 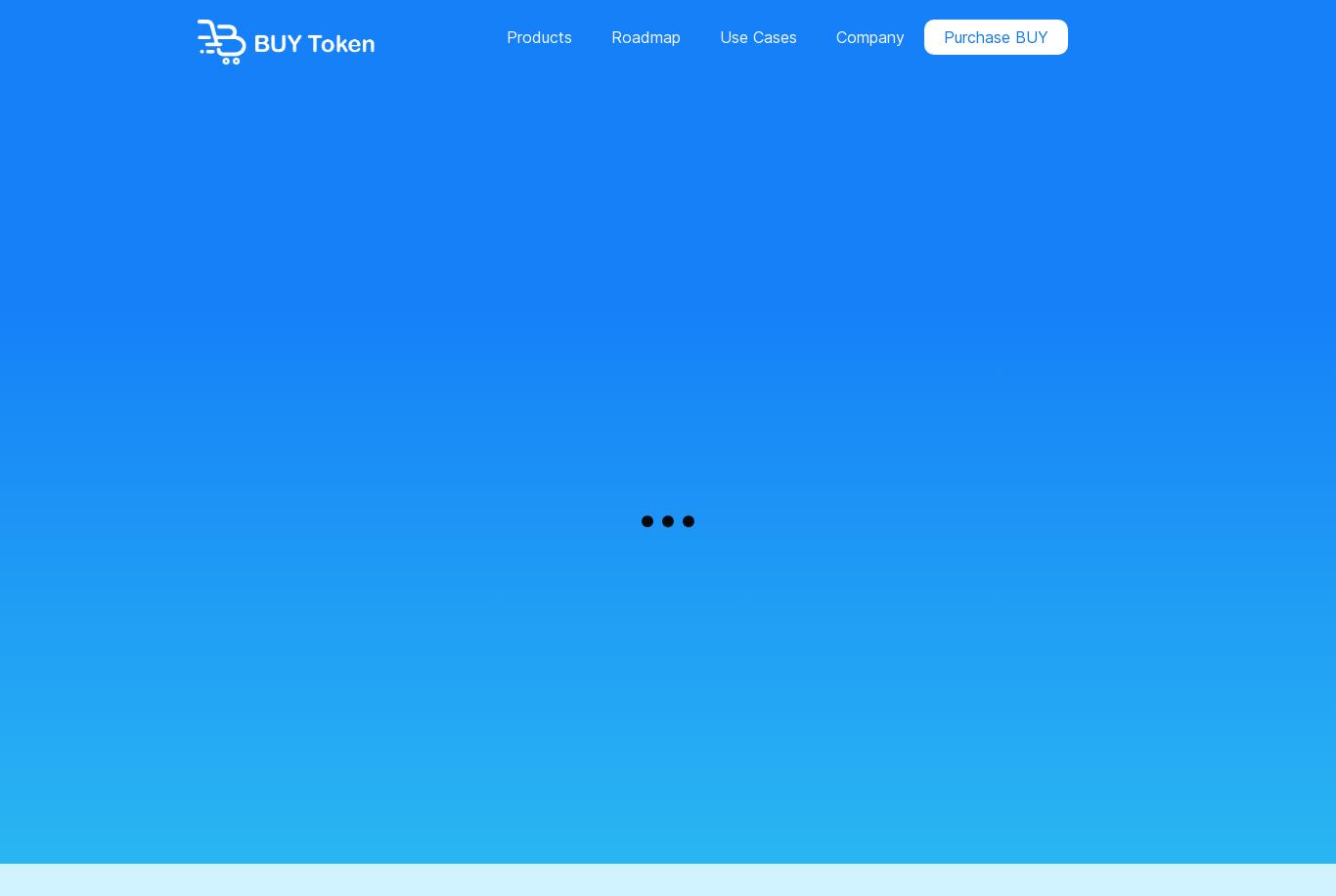 I want to click on 'Dropshipper.com is a leading platform that enables e-commerce businesses or individuals to easily source and manage their products, with support for the BUY token to simplify payments and streamline transactions.', so click(x=660, y=283).